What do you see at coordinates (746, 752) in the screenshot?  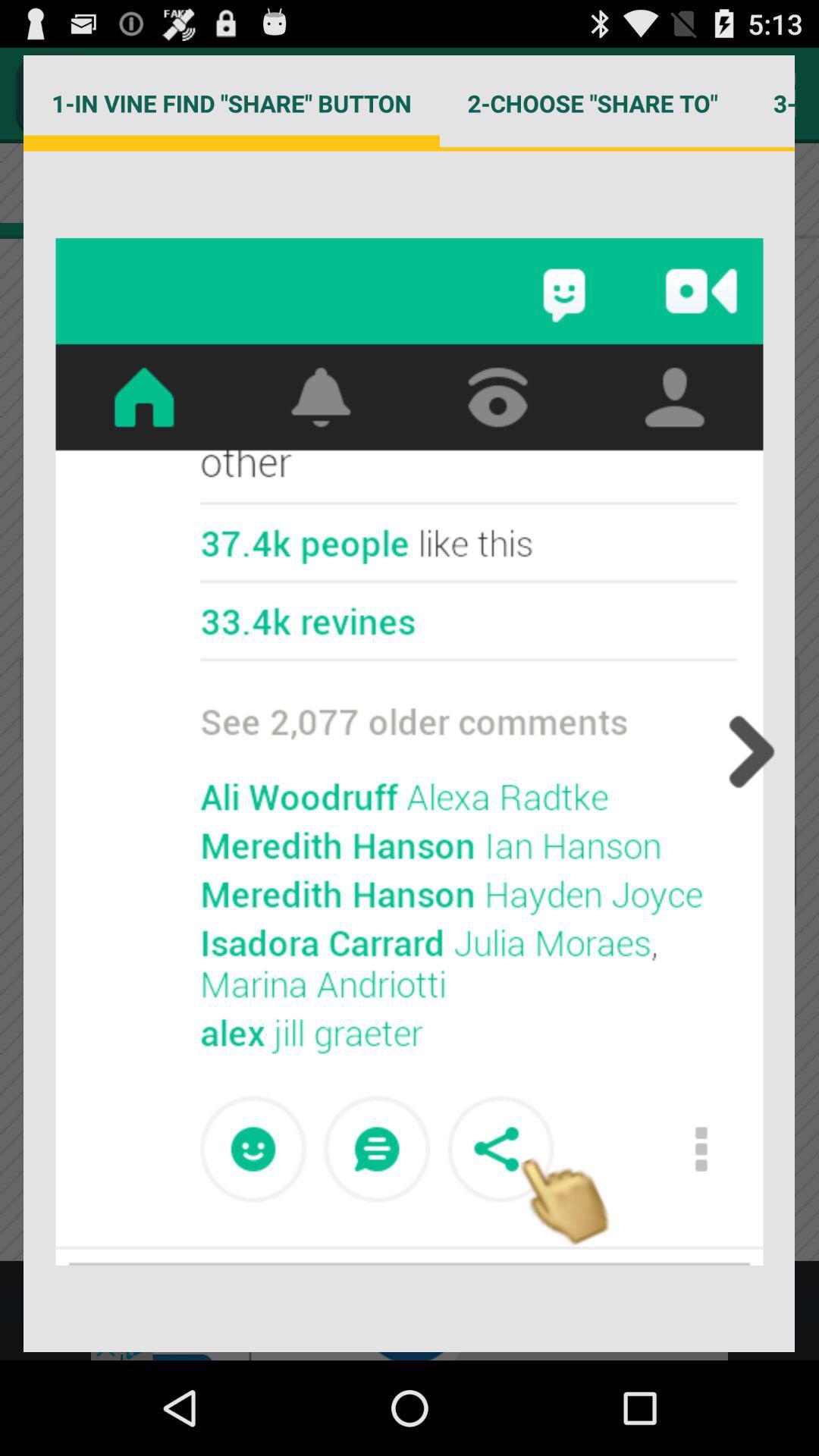 I see `go forward` at bounding box center [746, 752].